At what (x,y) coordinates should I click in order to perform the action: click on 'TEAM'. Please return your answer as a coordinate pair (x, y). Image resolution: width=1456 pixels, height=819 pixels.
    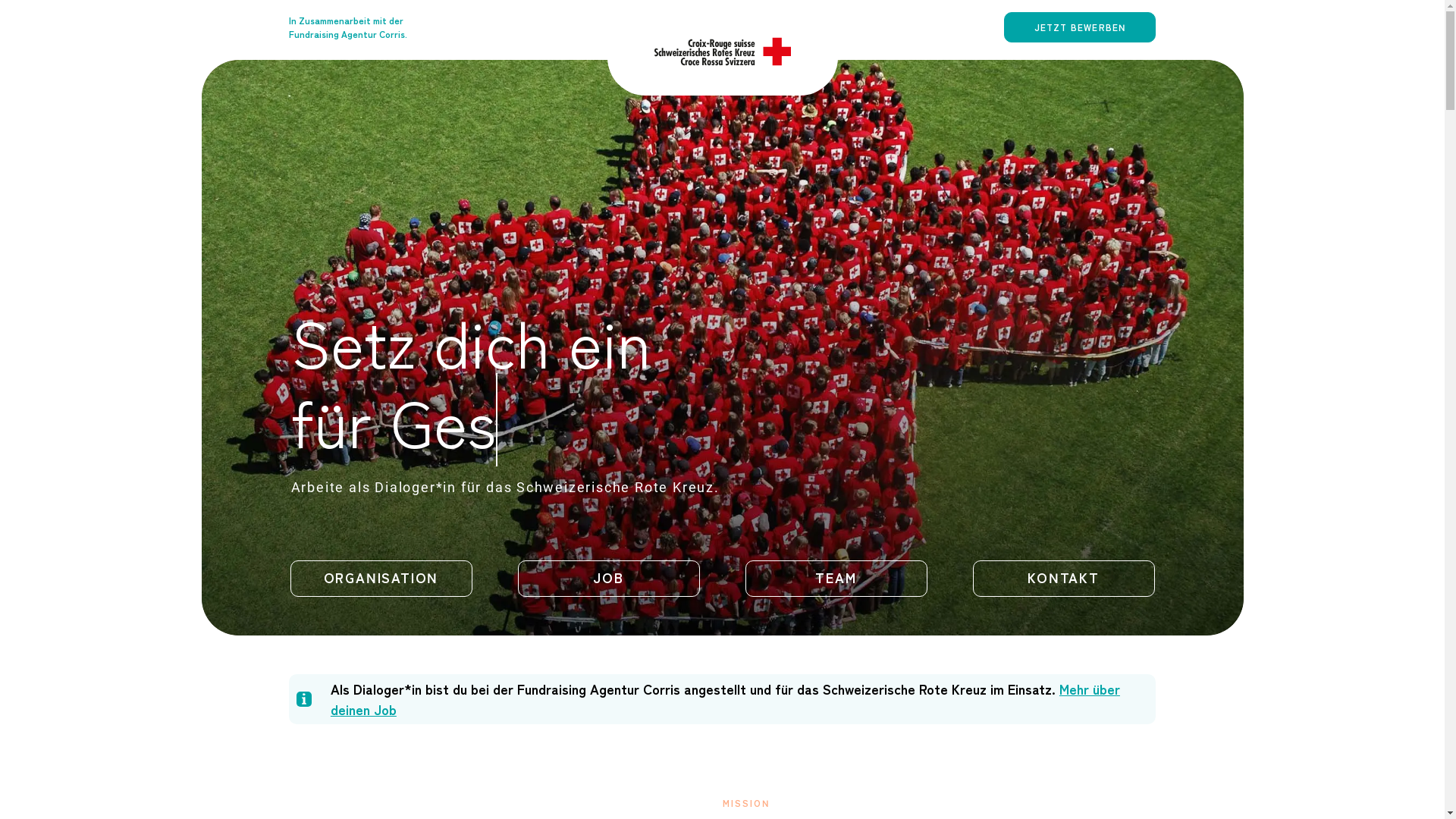
    Looking at the image, I should click on (835, 579).